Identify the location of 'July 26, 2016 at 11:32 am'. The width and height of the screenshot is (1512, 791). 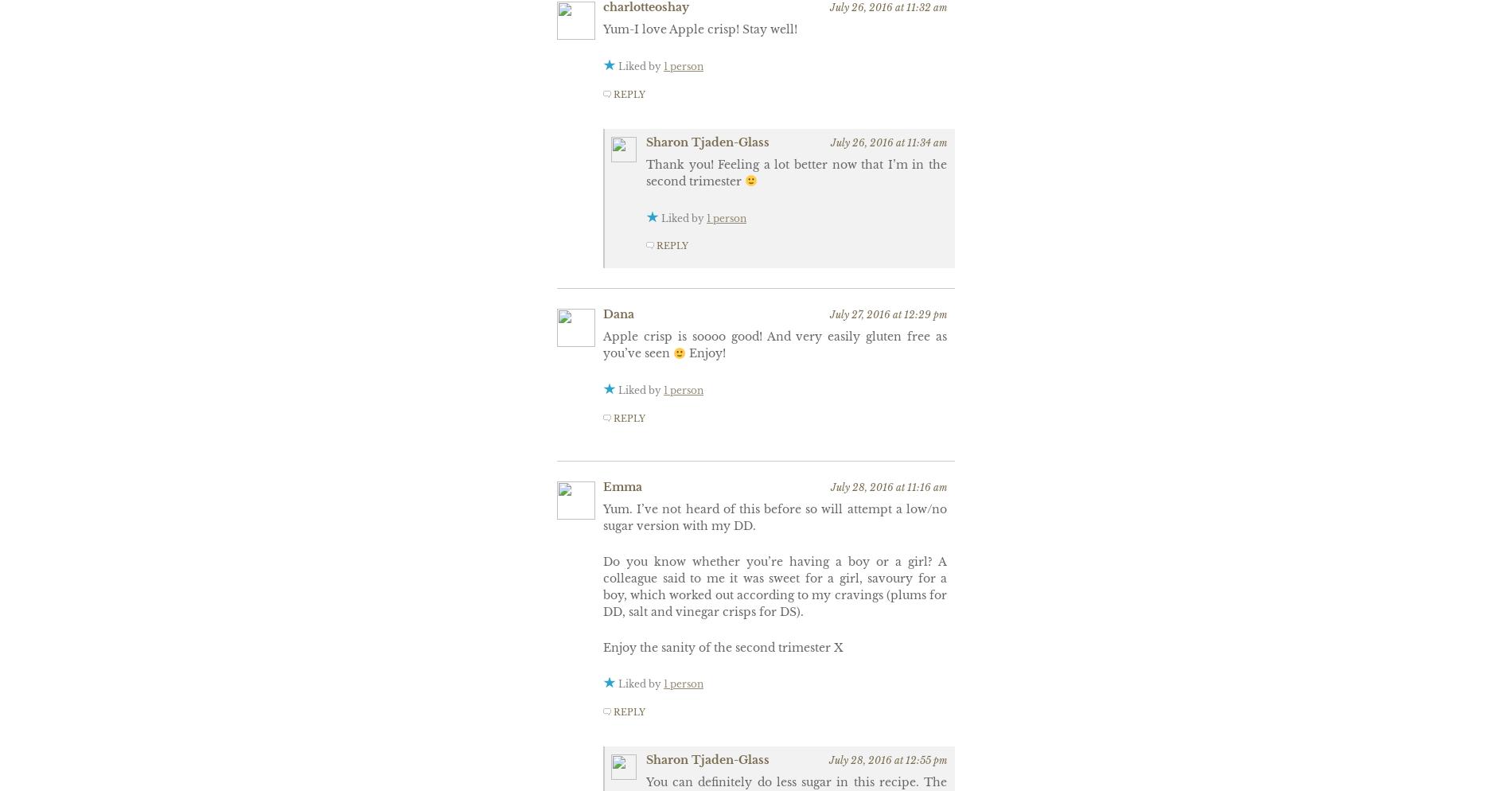
(829, 7).